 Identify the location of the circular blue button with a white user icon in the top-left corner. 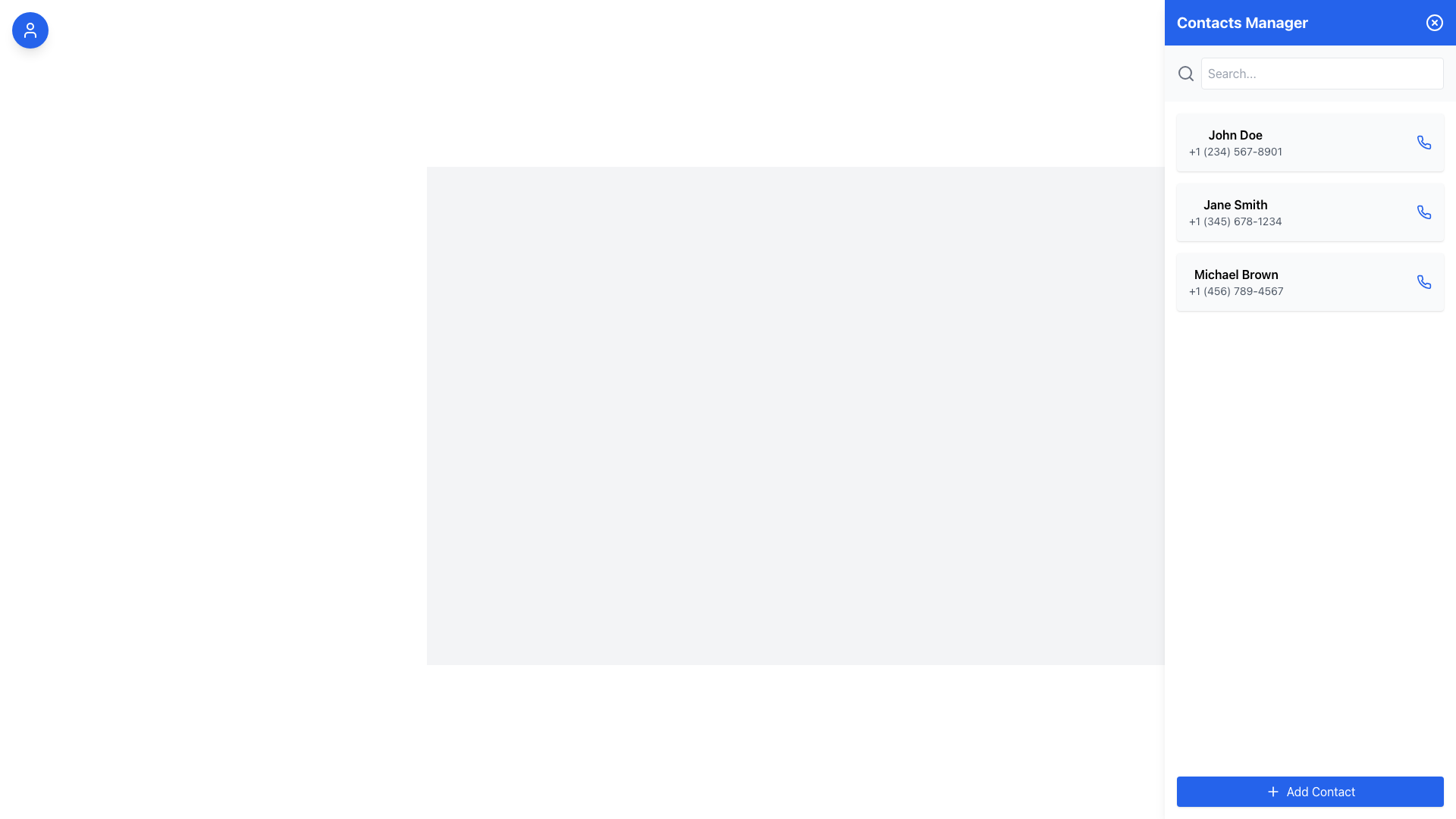
(30, 30).